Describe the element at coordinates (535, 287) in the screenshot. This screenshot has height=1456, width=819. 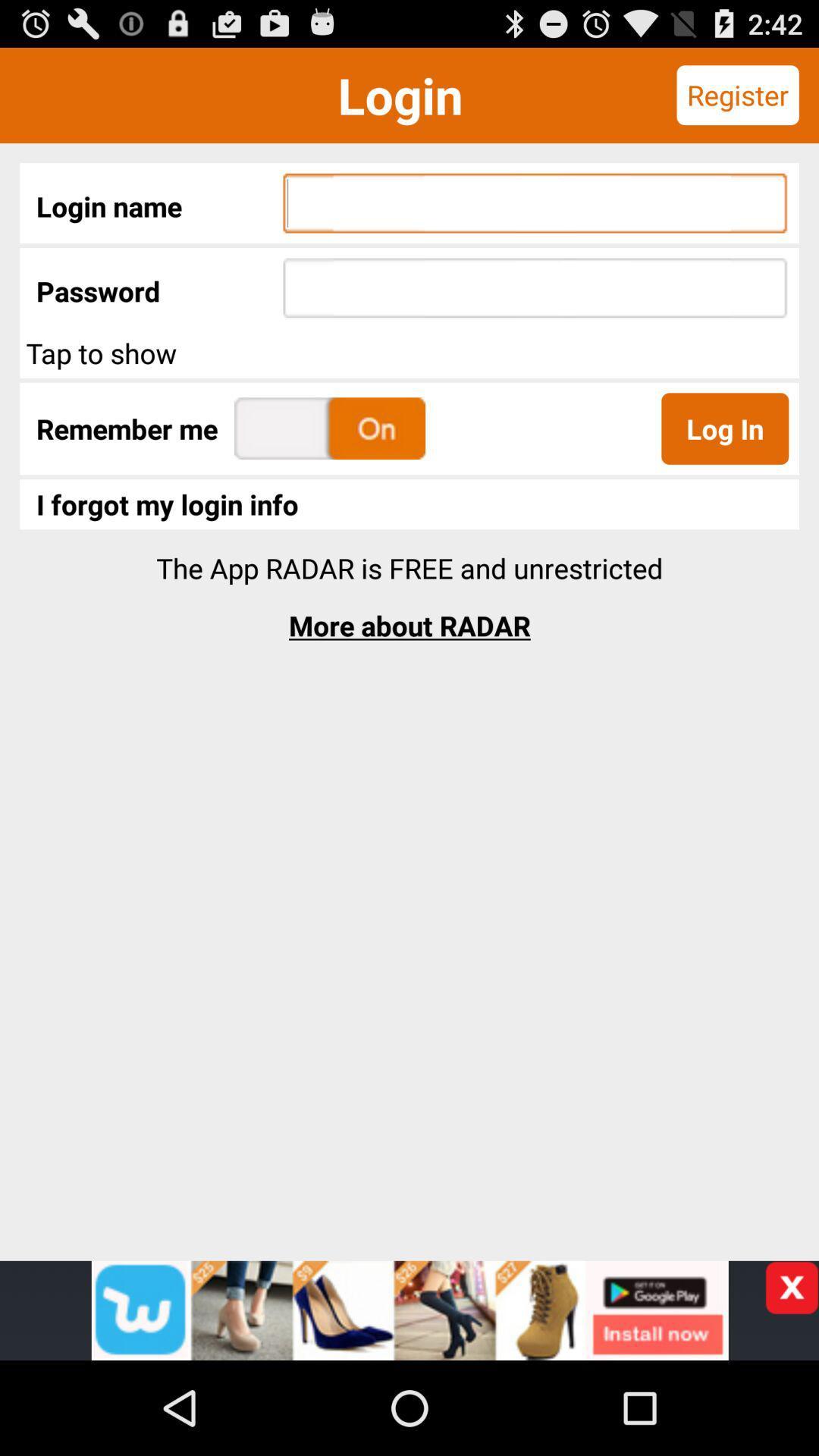
I see `the text field next to password` at that location.